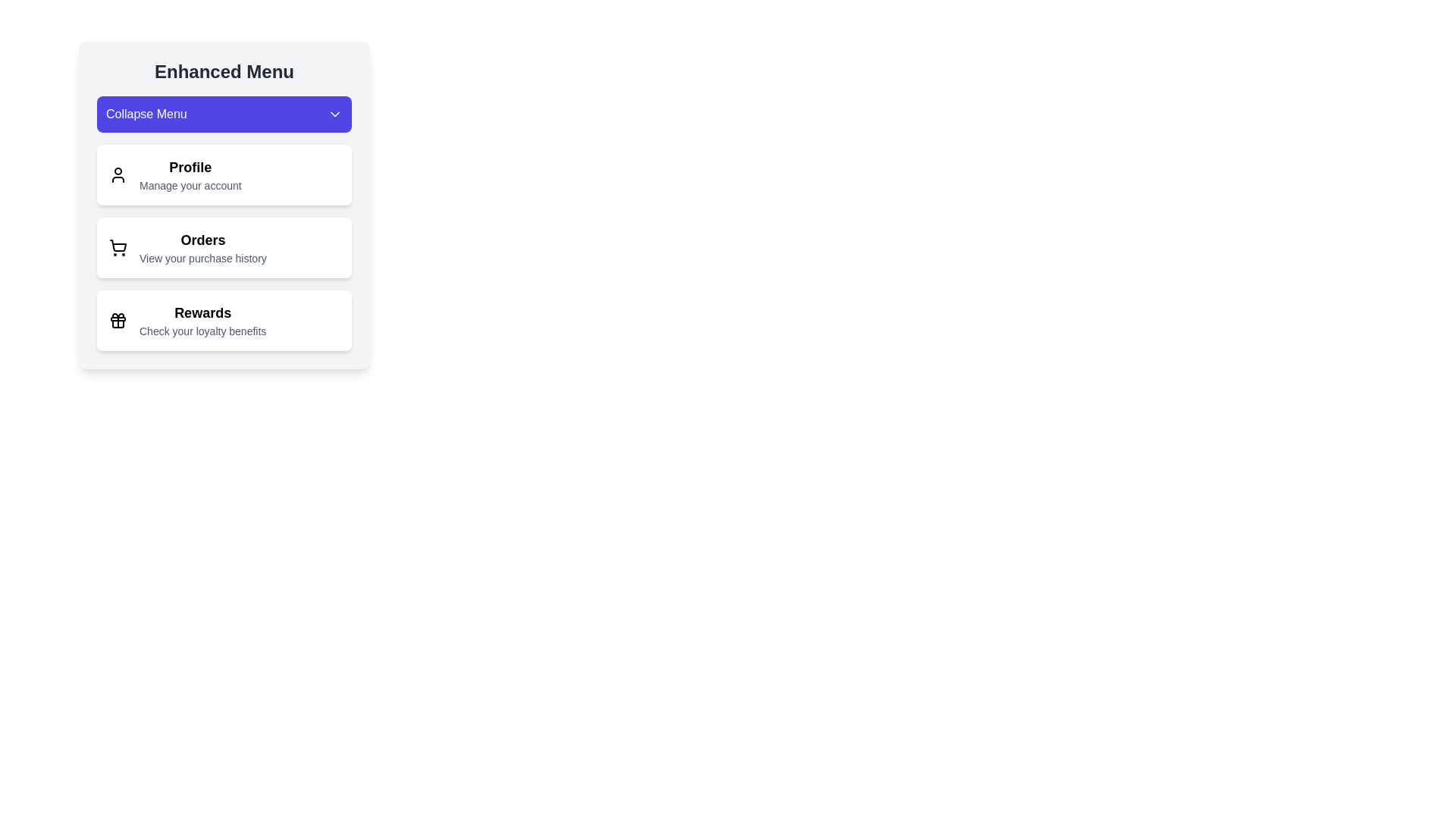  I want to click on the third menu item in the vertically aligned menu that provides access to loyalty benefits, highlighting it, so click(202, 320).